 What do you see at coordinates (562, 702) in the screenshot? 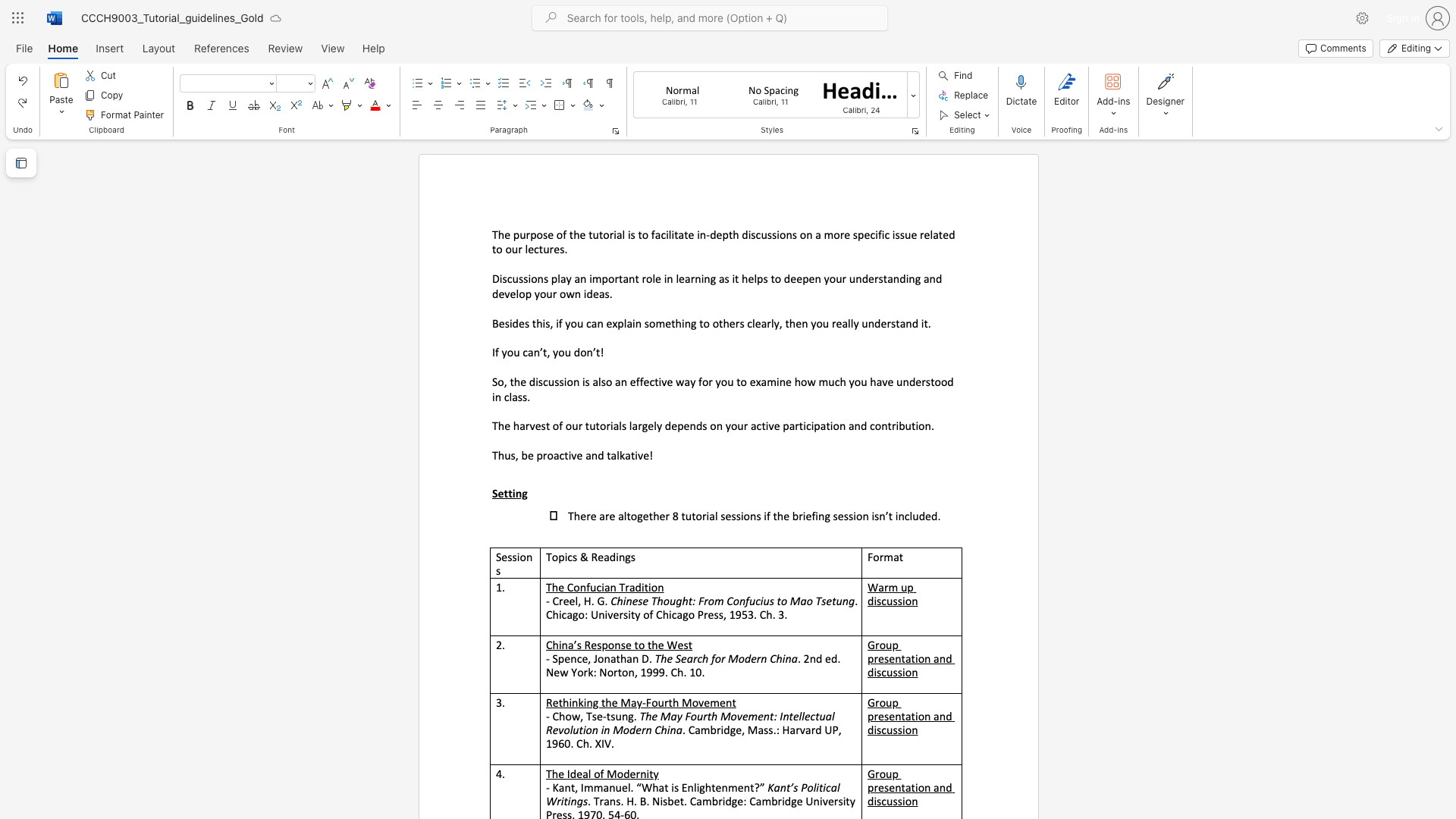
I see `the subset text "hinking the May-Fourth Moveme" within the text "Rethinking the May-Fourth Movement"` at bounding box center [562, 702].